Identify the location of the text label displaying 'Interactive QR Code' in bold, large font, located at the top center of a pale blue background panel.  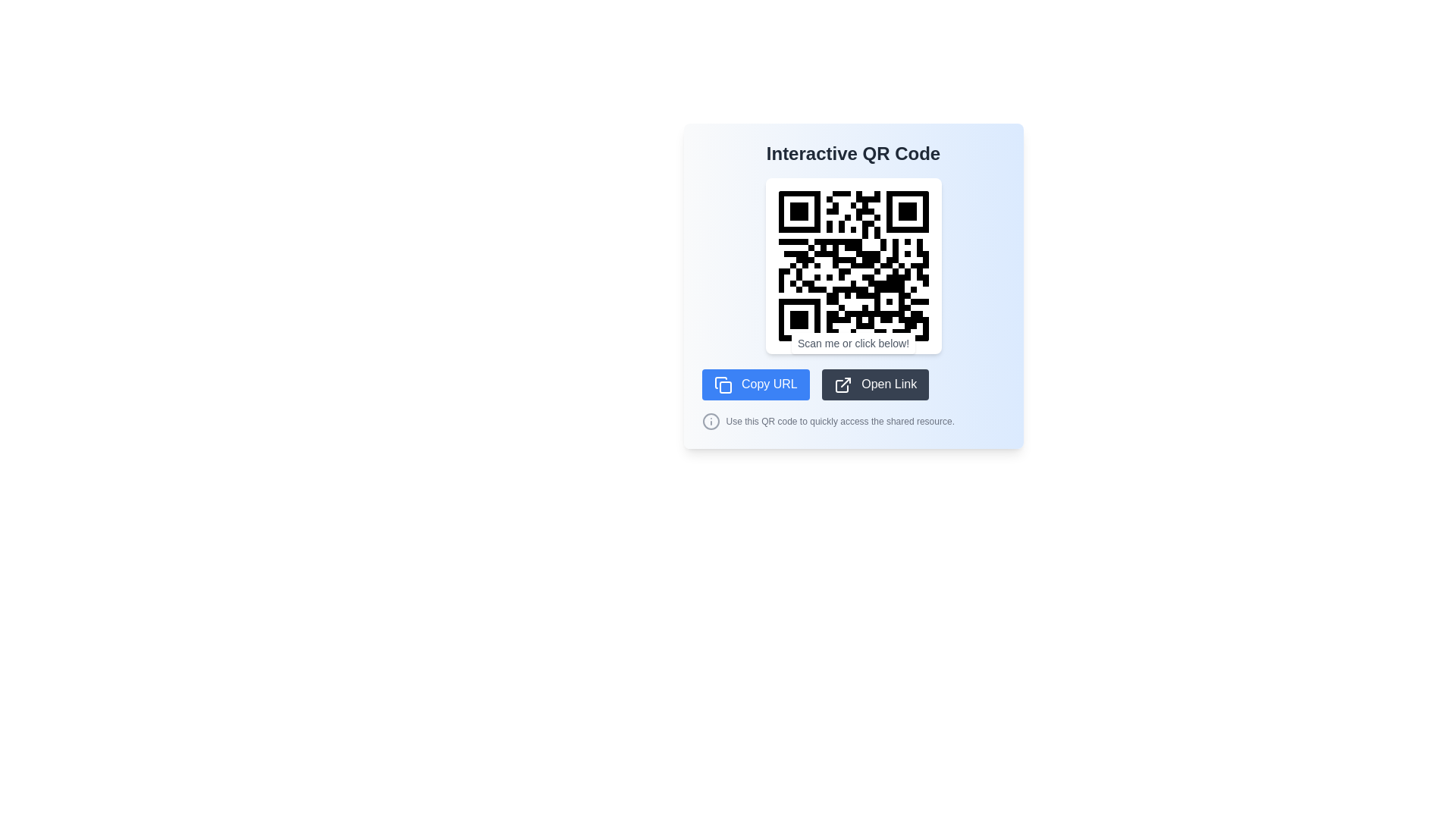
(853, 154).